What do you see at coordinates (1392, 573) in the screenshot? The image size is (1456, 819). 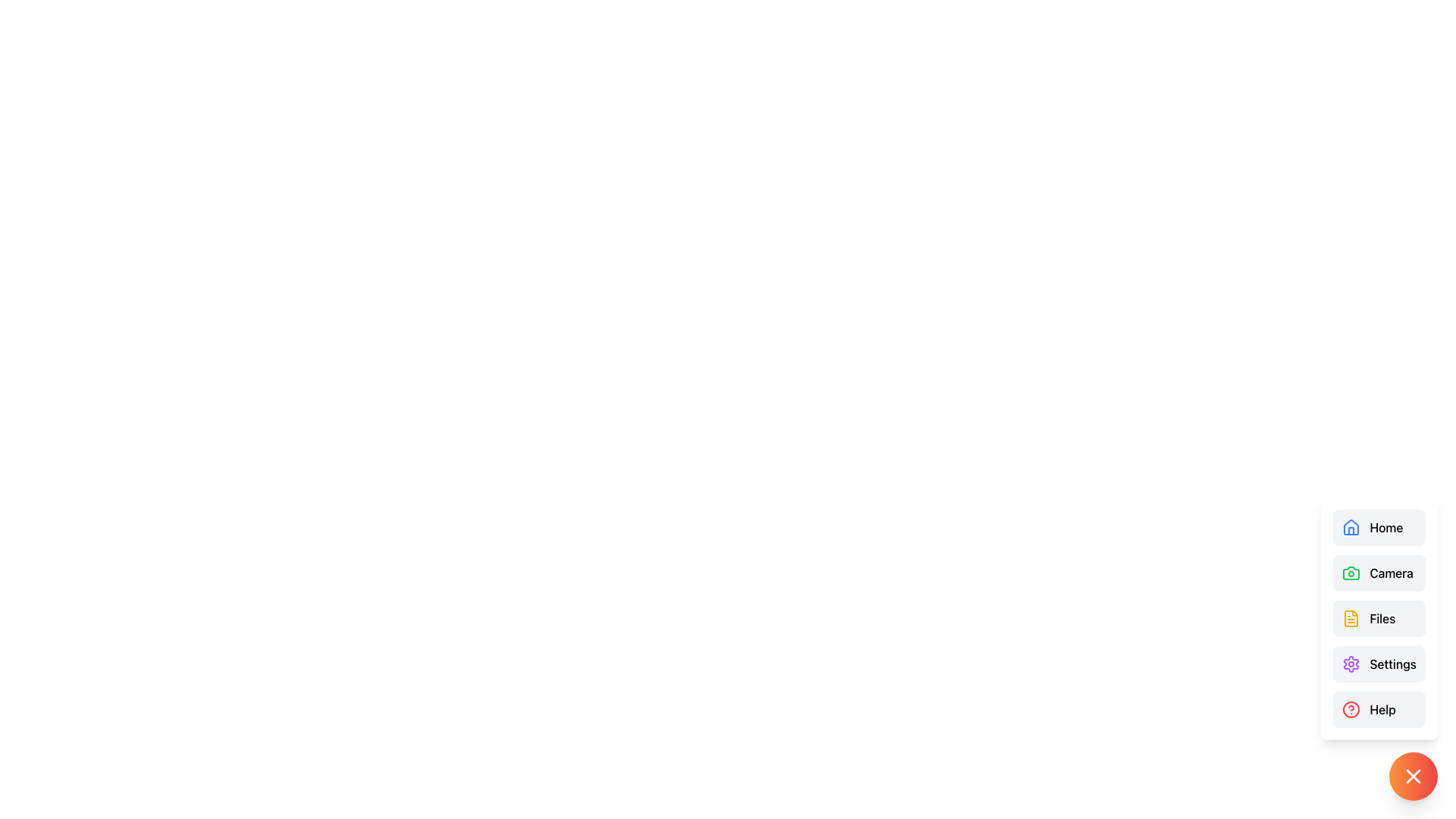 I see `the 'Camera' text label, which is styled with a medium font weight and positioned next to a camera icon in a vertically aligned menu` at bounding box center [1392, 573].